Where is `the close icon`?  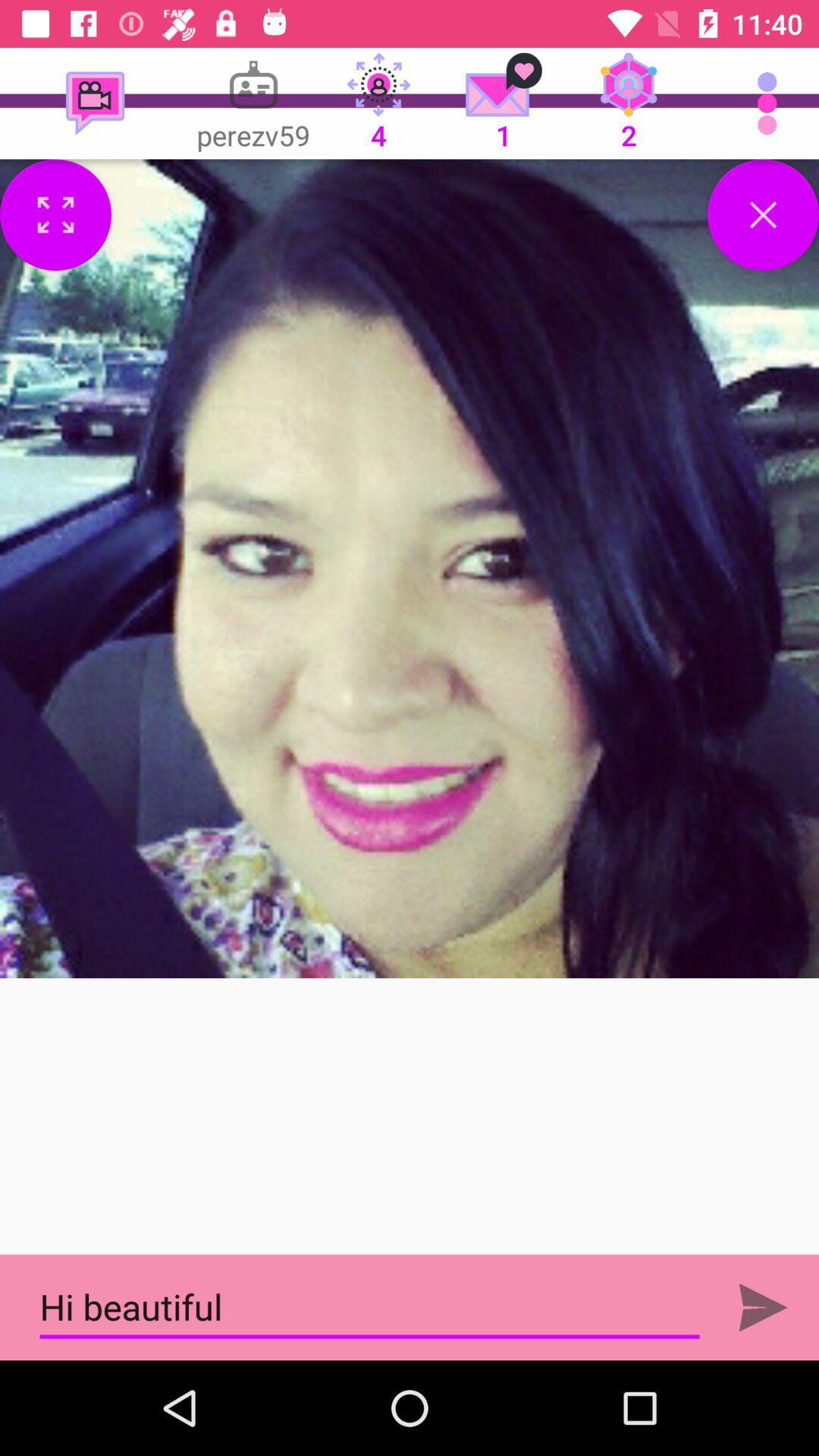
the close icon is located at coordinates (763, 214).